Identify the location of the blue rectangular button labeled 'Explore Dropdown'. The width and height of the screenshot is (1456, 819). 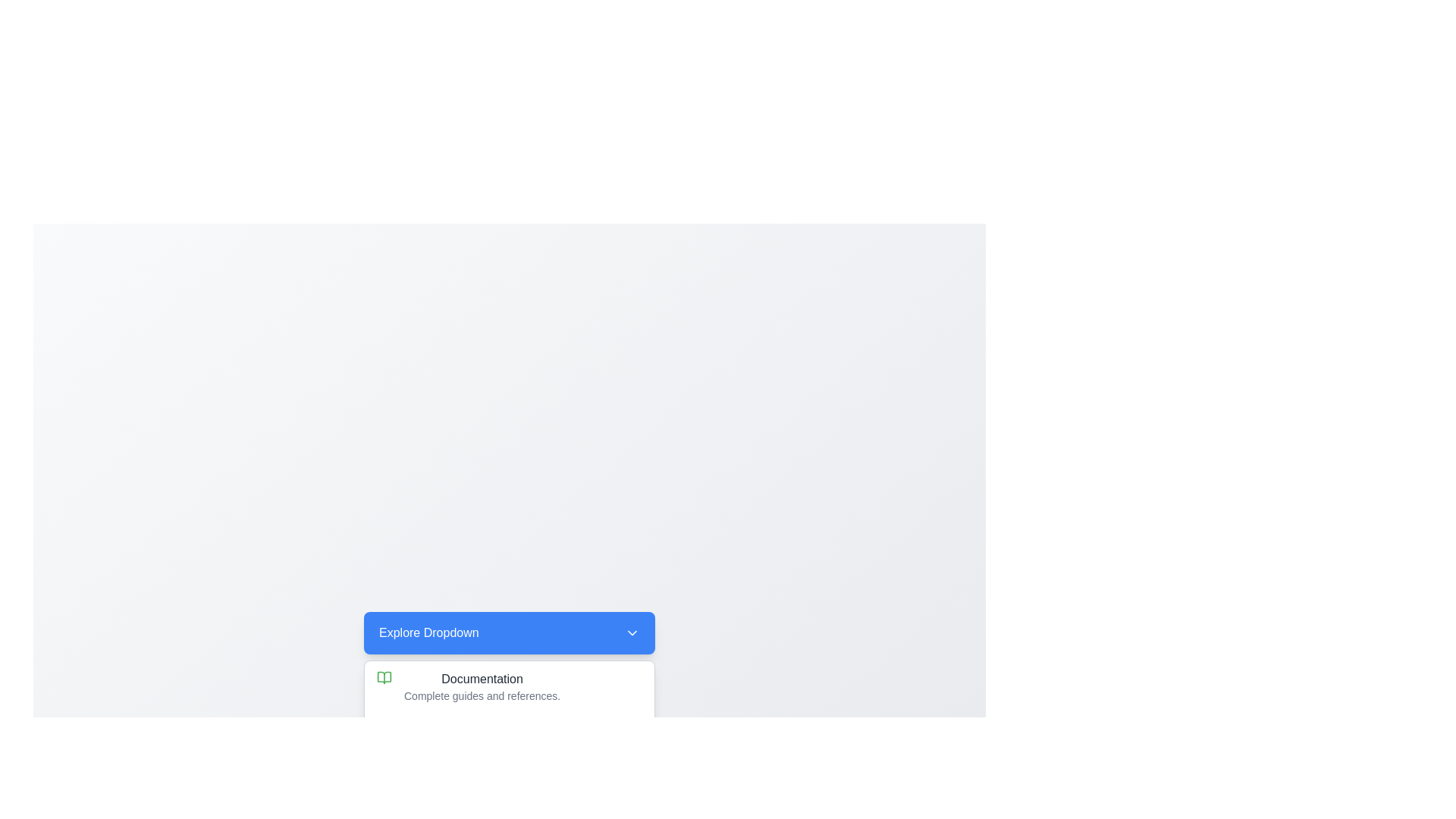
(510, 632).